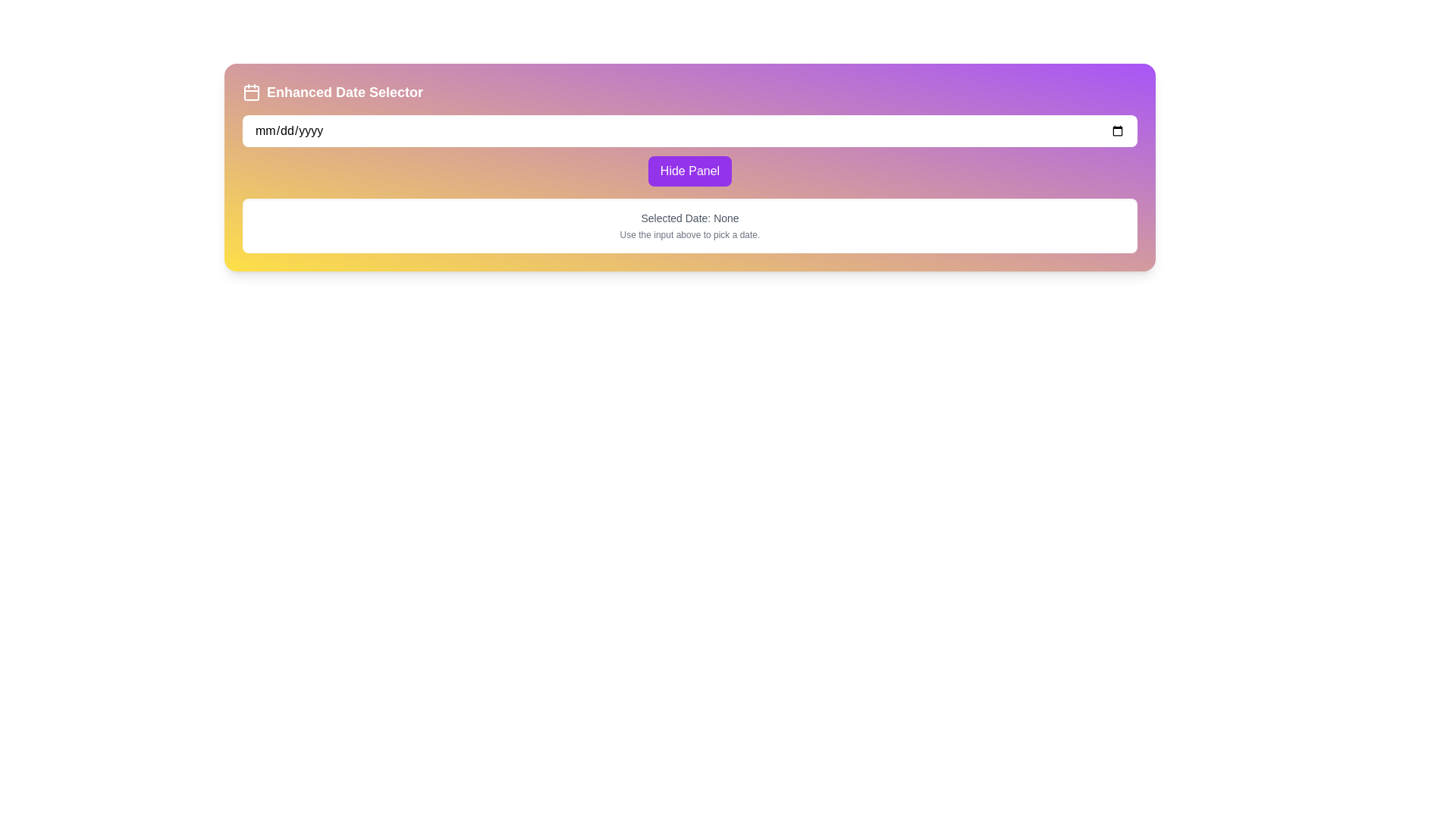 The width and height of the screenshot is (1456, 819). What do you see at coordinates (689, 218) in the screenshot?
I see `the static text displaying the currently selected date, which is set to 'None' by default` at bounding box center [689, 218].